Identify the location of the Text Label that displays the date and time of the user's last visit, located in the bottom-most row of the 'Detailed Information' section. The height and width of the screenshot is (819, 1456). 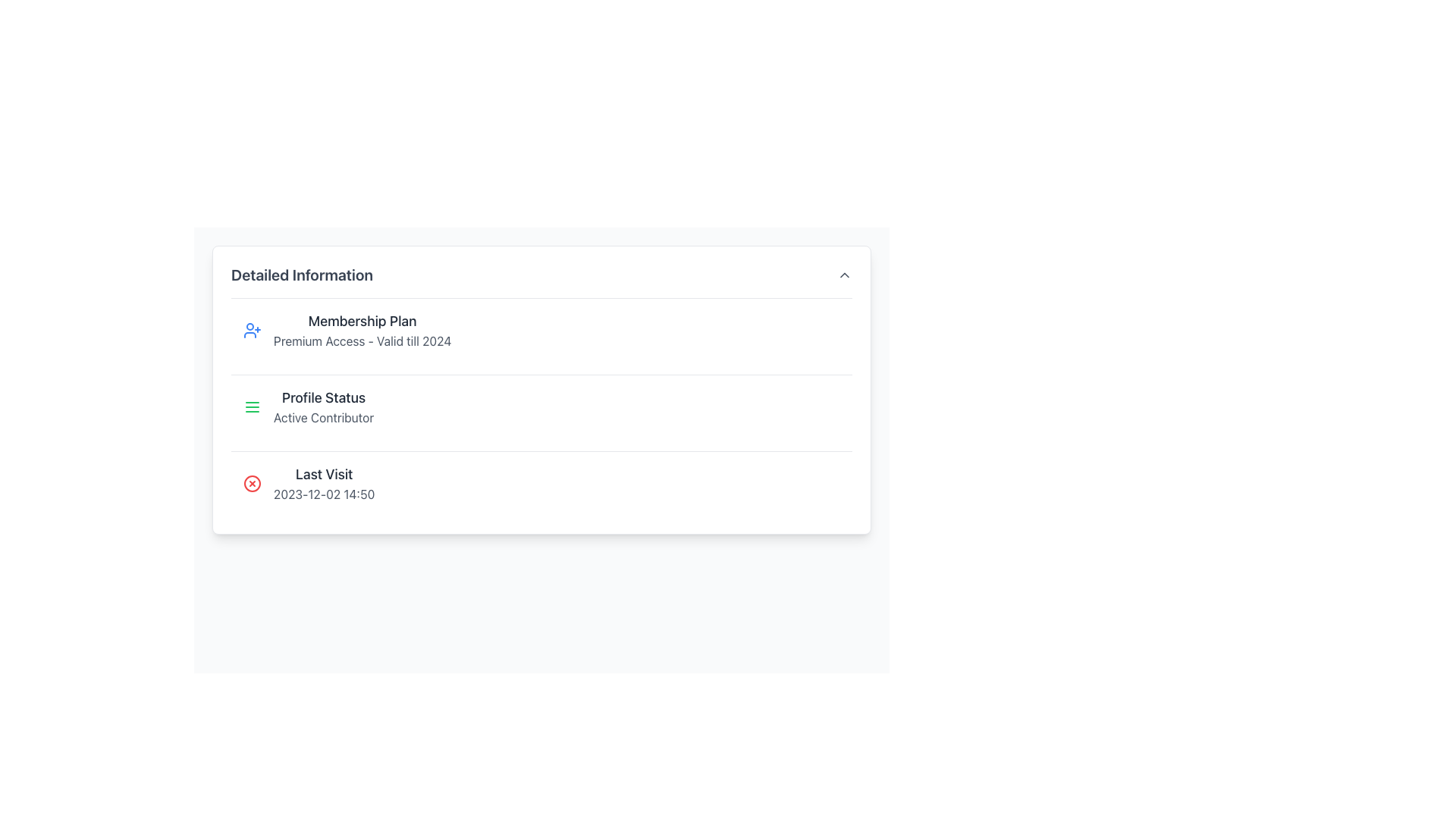
(323, 483).